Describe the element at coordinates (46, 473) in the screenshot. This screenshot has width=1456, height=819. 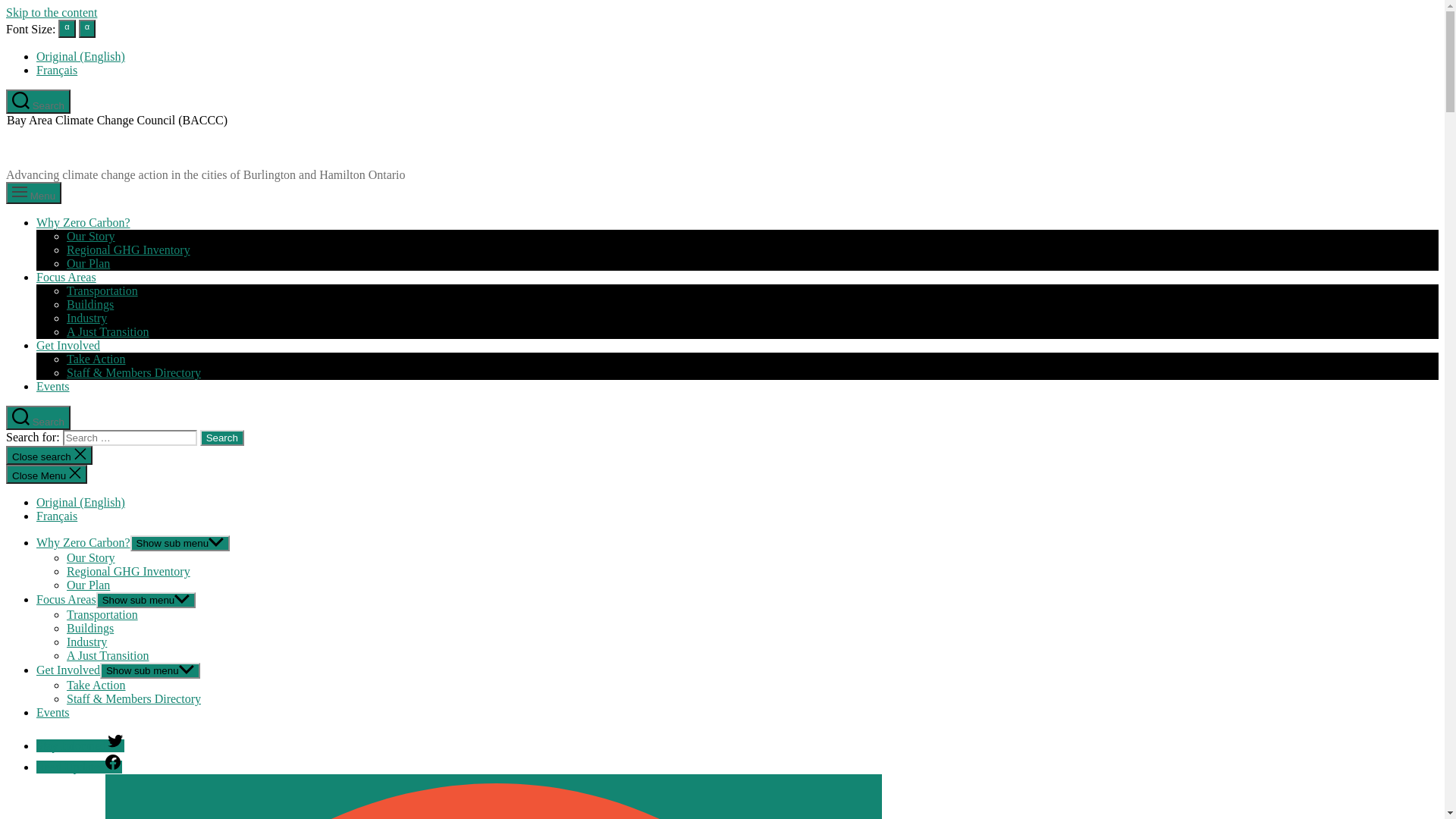
I see `'Close Menu'` at that location.